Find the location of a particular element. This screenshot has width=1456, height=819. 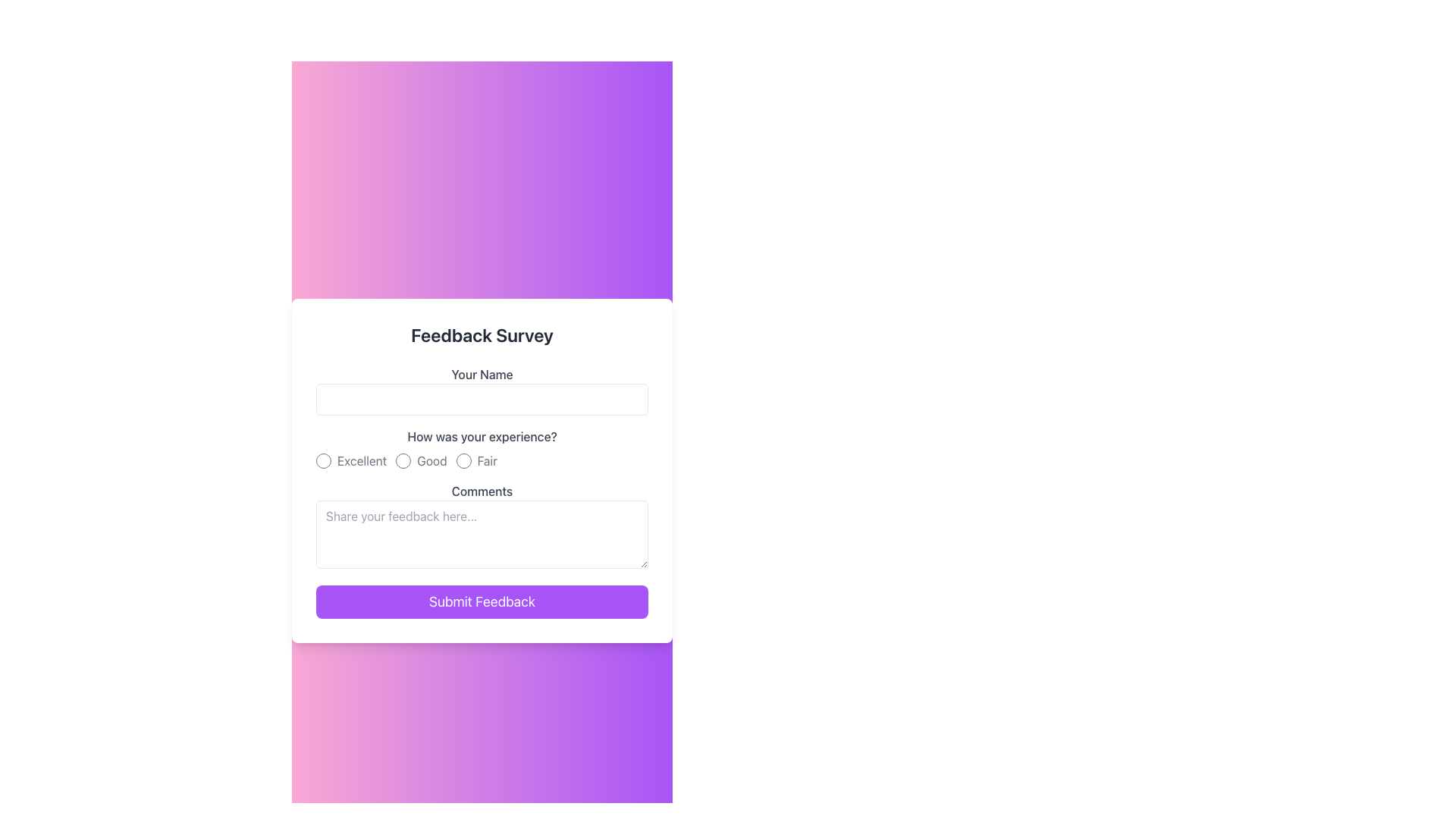

the options in the Radio Button Group that allows users to select feedback options: 'Excellent,' 'Good,' or 'Fair.' is located at coordinates (481, 447).